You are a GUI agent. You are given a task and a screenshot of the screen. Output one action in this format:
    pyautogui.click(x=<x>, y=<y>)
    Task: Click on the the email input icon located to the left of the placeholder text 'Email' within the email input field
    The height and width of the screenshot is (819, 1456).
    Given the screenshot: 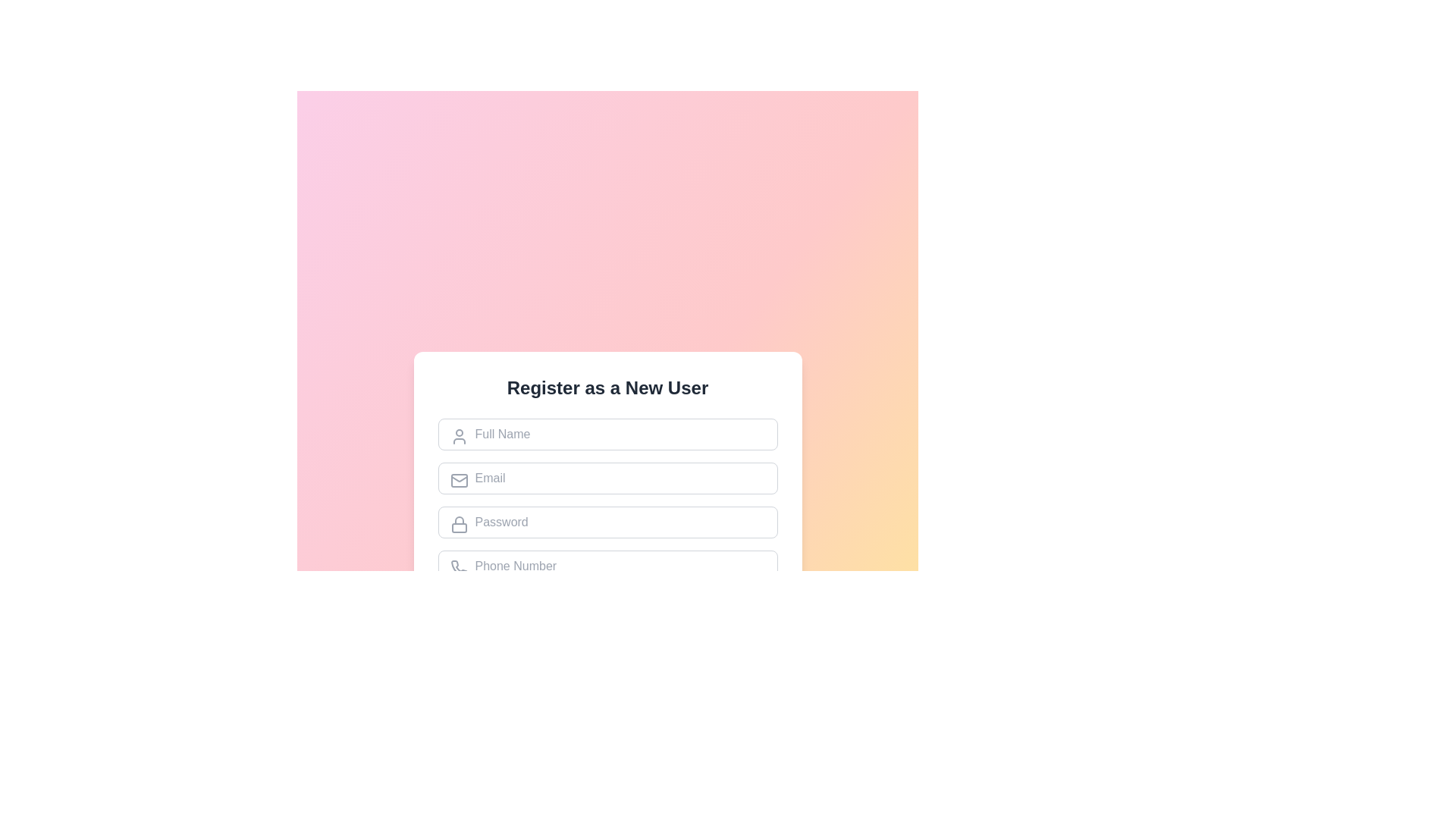 What is the action you would take?
    pyautogui.click(x=458, y=480)
    